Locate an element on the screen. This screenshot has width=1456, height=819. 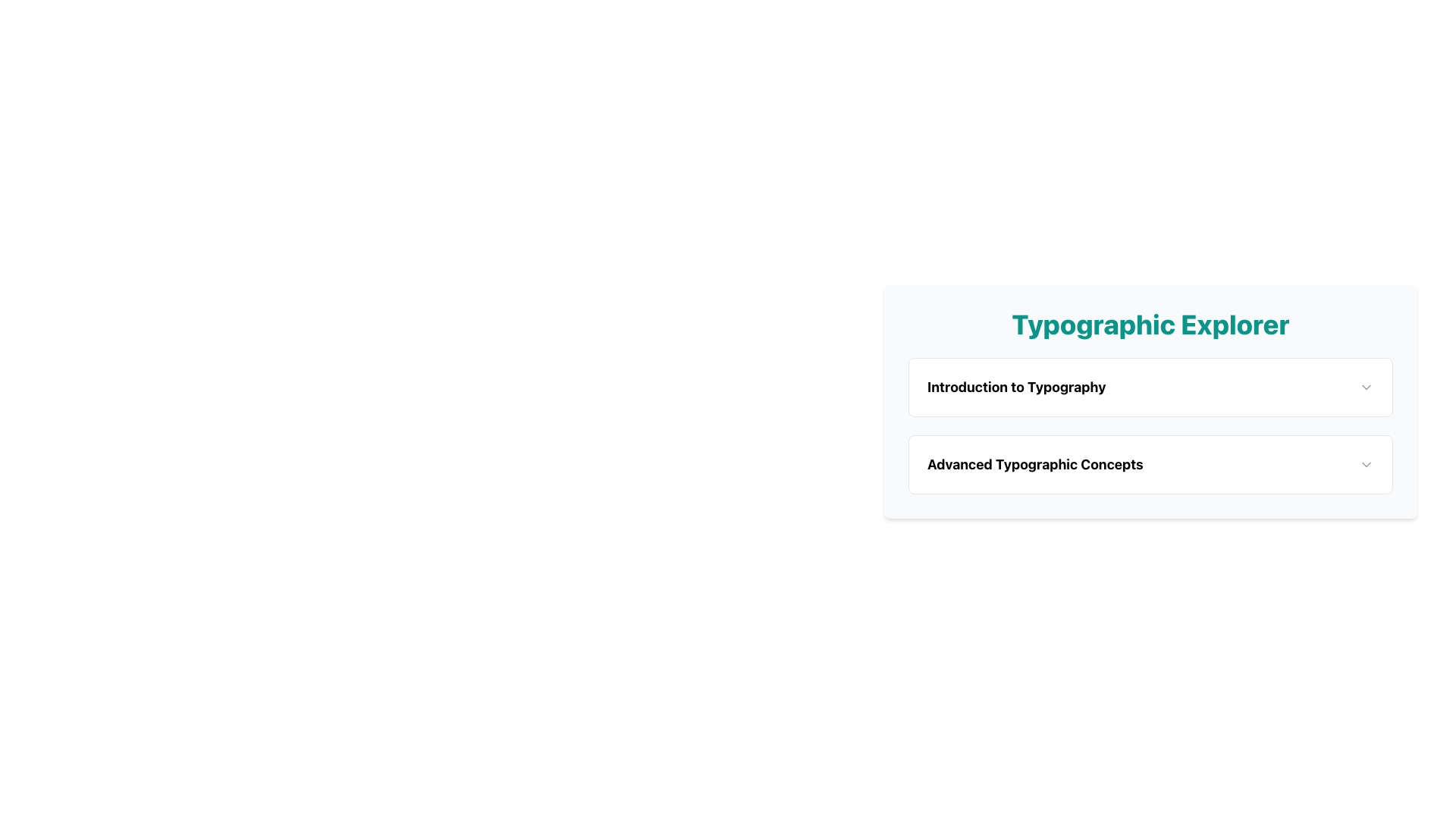
on the expandable list item for 'Introduction is located at coordinates (1150, 386).